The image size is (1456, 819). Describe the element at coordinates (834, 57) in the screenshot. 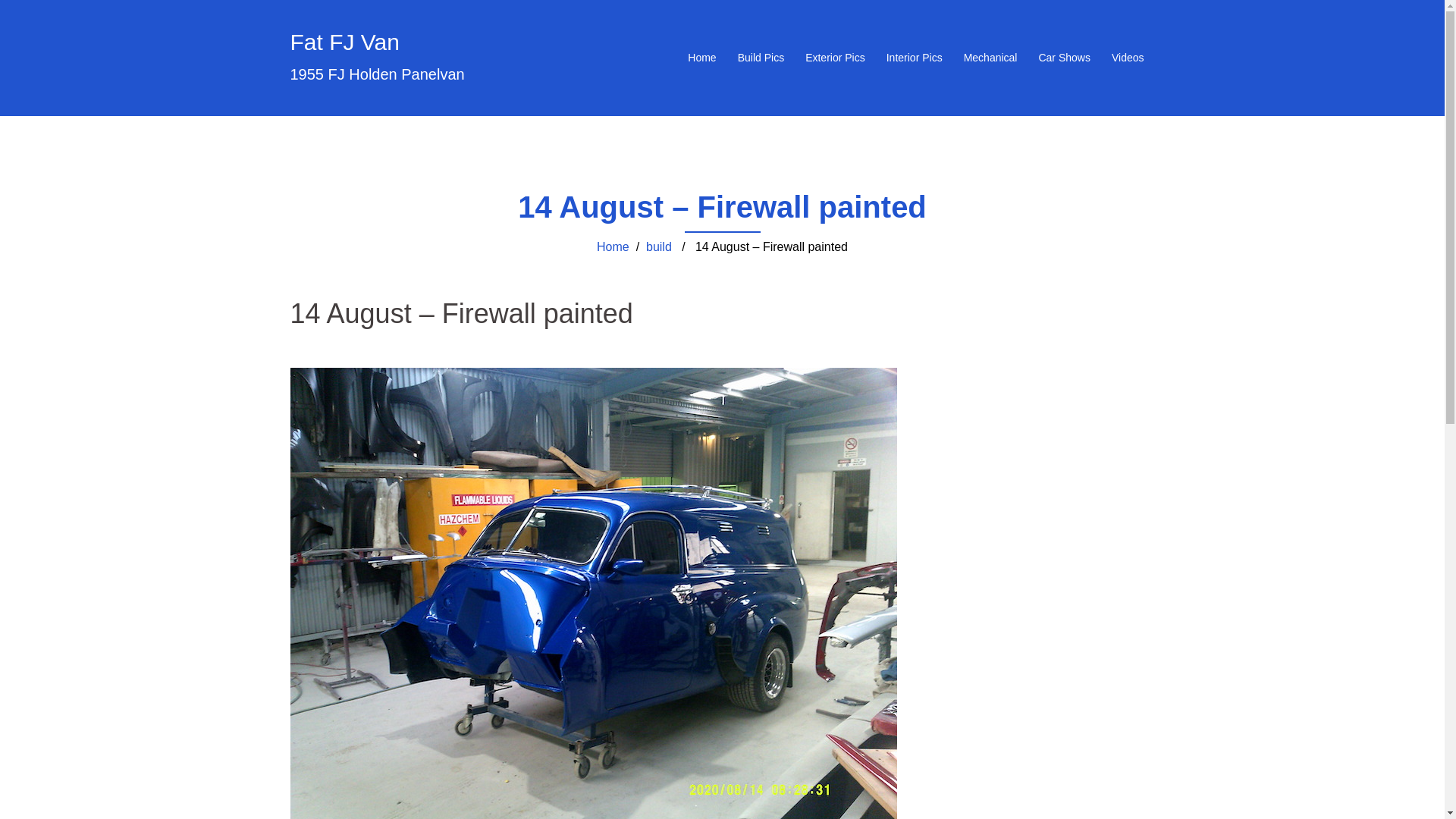

I see `'Exterior Pics'` at that location.